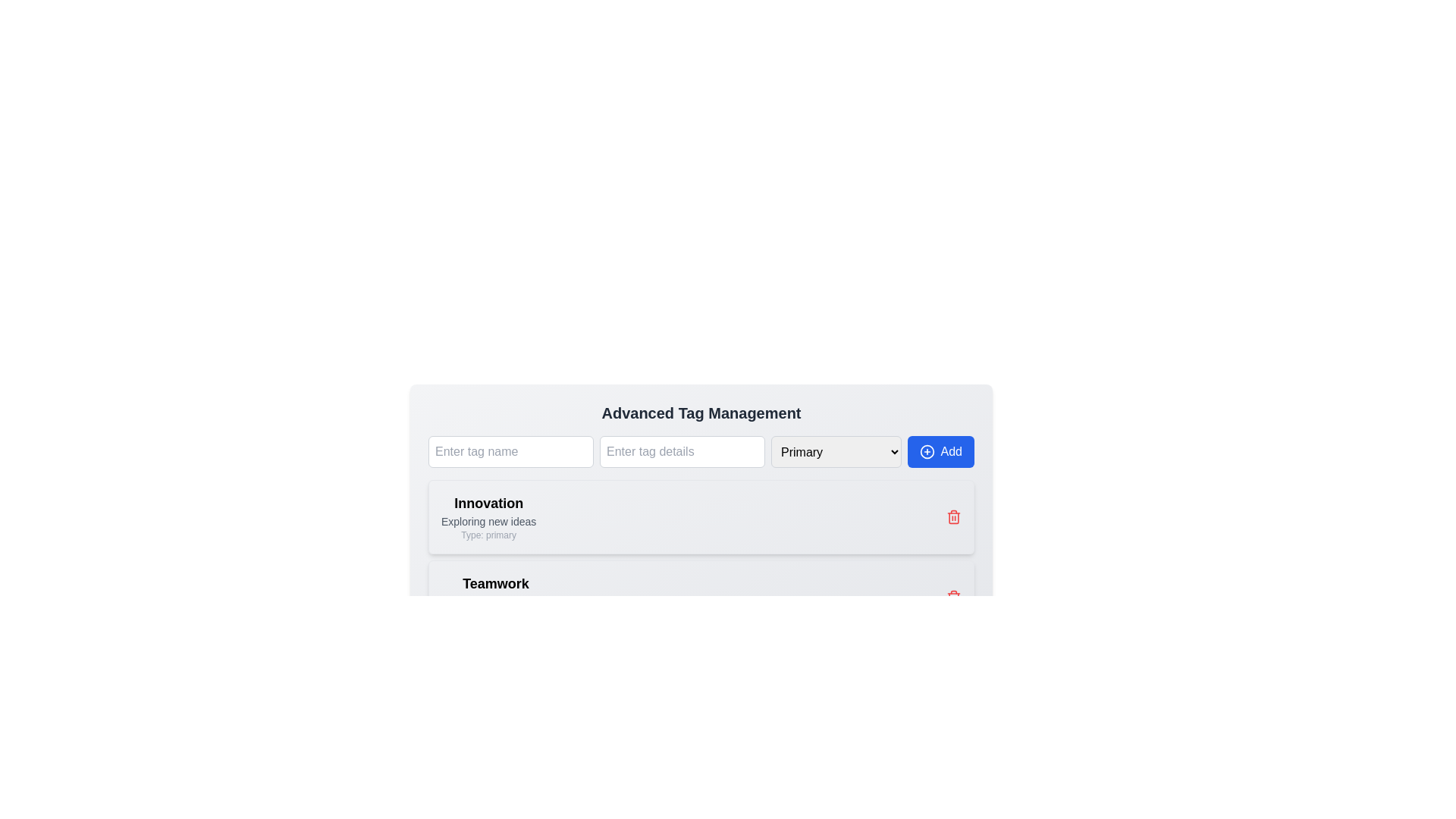 Image resolution: width=1456 pixels, height=819 pixels. I want to click on the leftmost text input field under 'Advanced Tag Management' to focus the input, so click(510, 451).